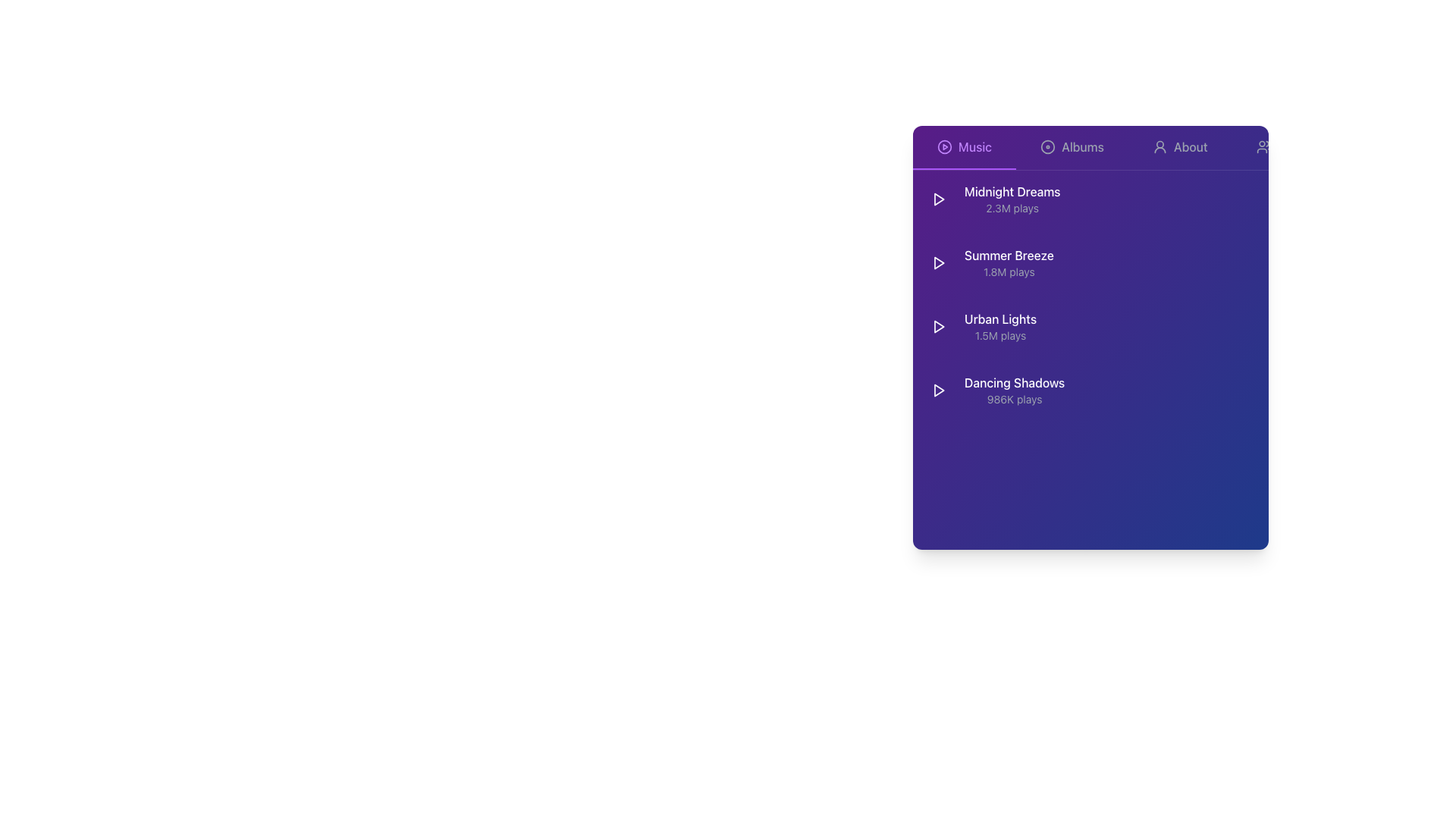 This screenshot has width=1456, height=819. What do you see at coordinates (944, 146) in the screenshot?
I see `the 'Music' icon located to the left of the 'Music' text in the top navigation bar` at bounding box center [944, 146].